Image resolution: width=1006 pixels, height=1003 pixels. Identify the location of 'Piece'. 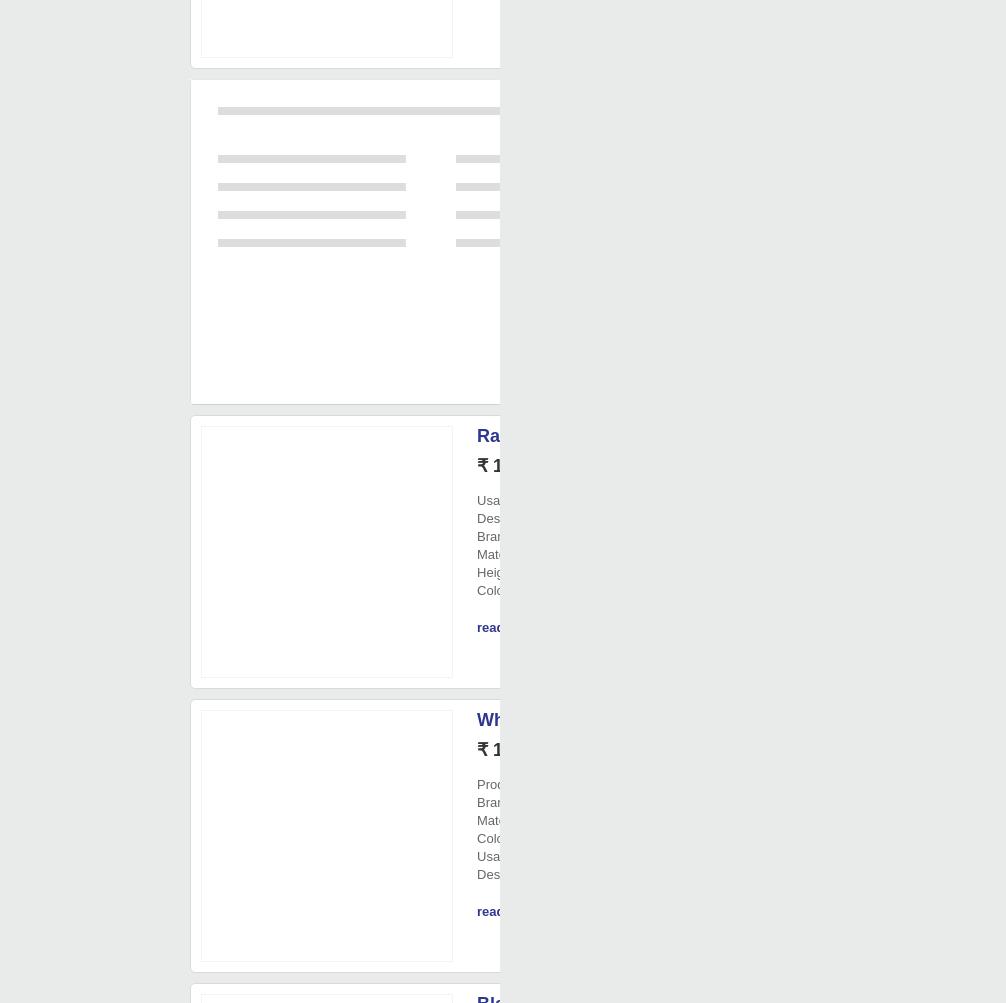
(545, 750).